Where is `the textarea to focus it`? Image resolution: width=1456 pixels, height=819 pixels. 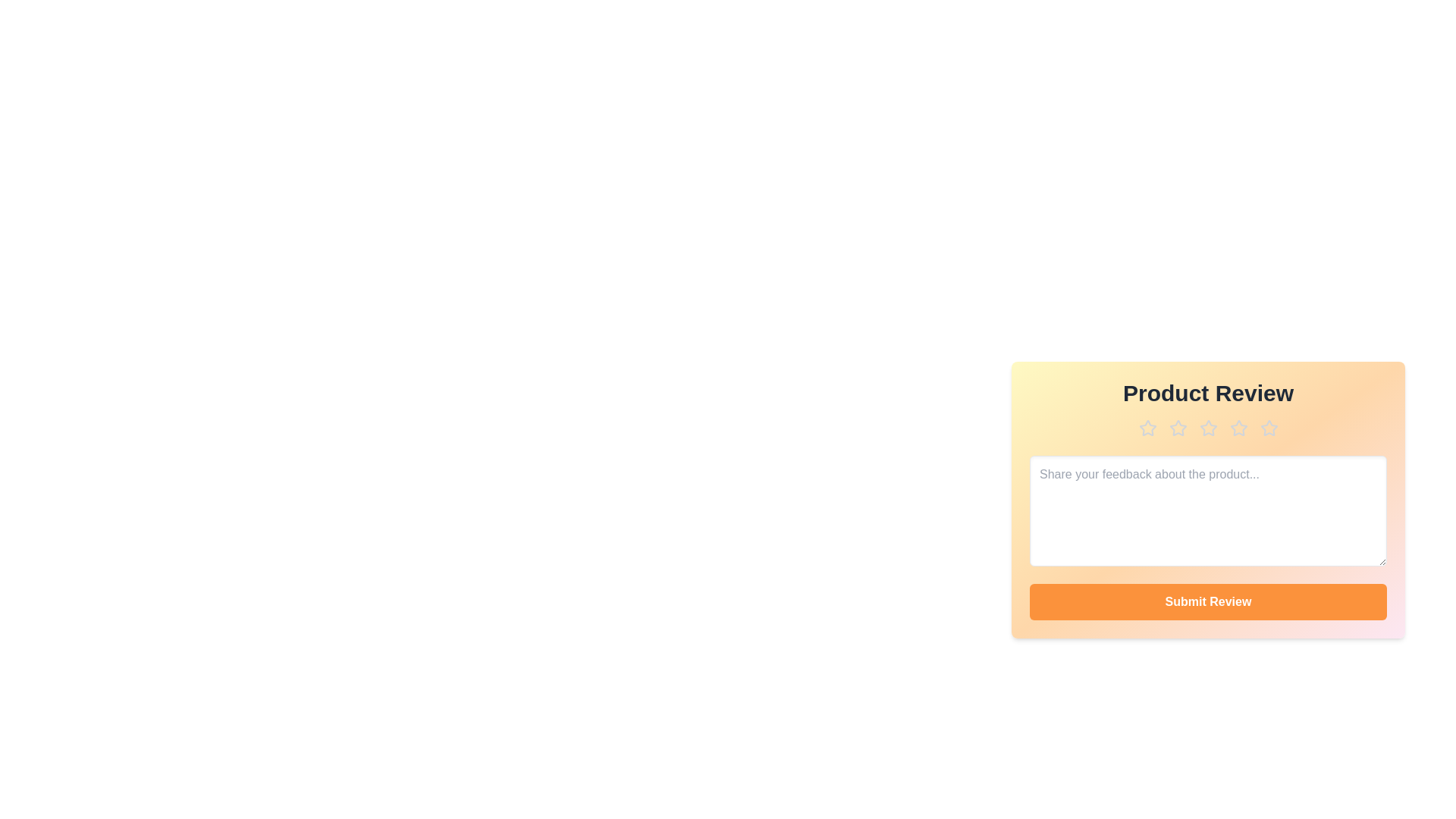 the textarea to focus it is located at coordinates (1207, 511).